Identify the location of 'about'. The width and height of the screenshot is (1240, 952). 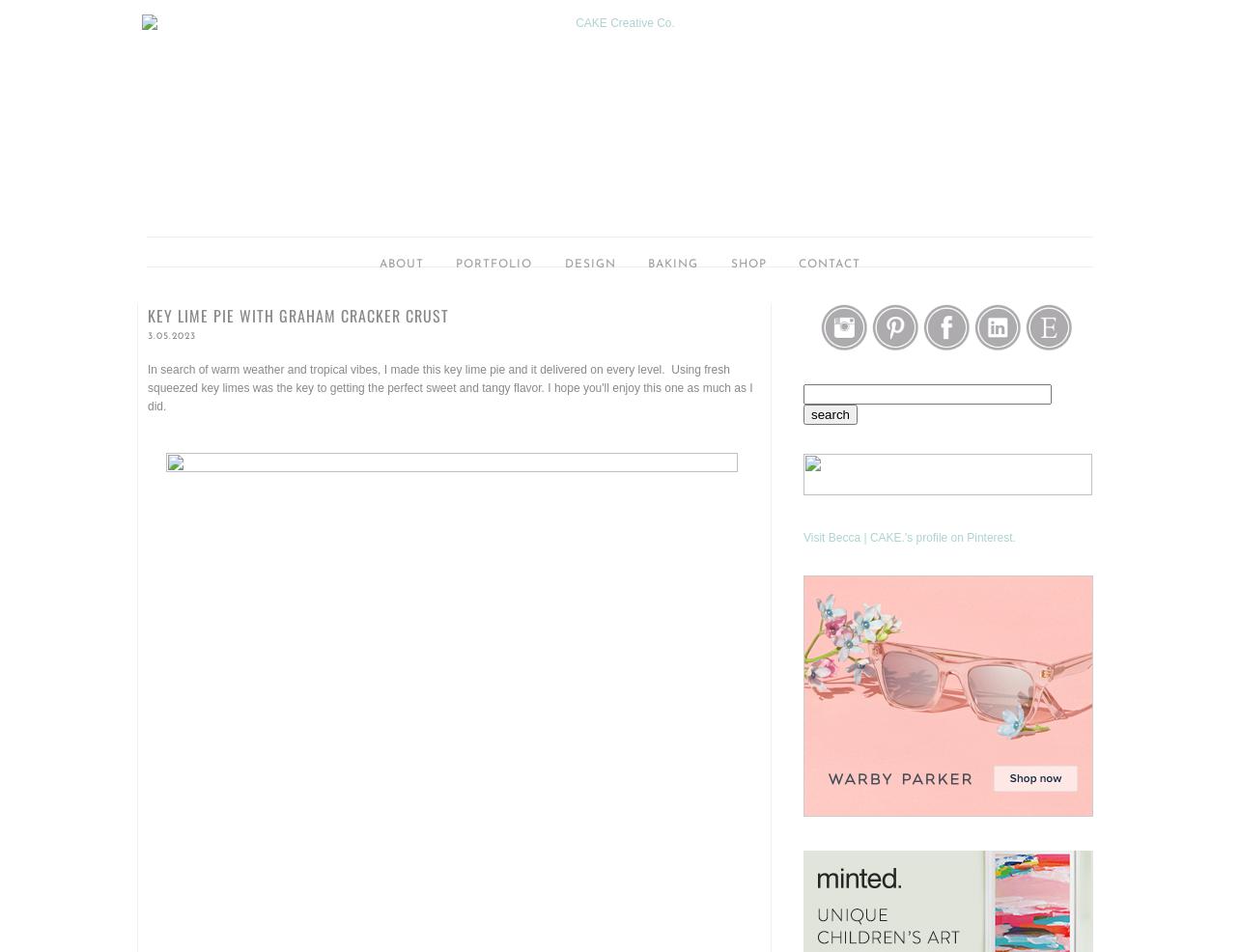
(402, 265).